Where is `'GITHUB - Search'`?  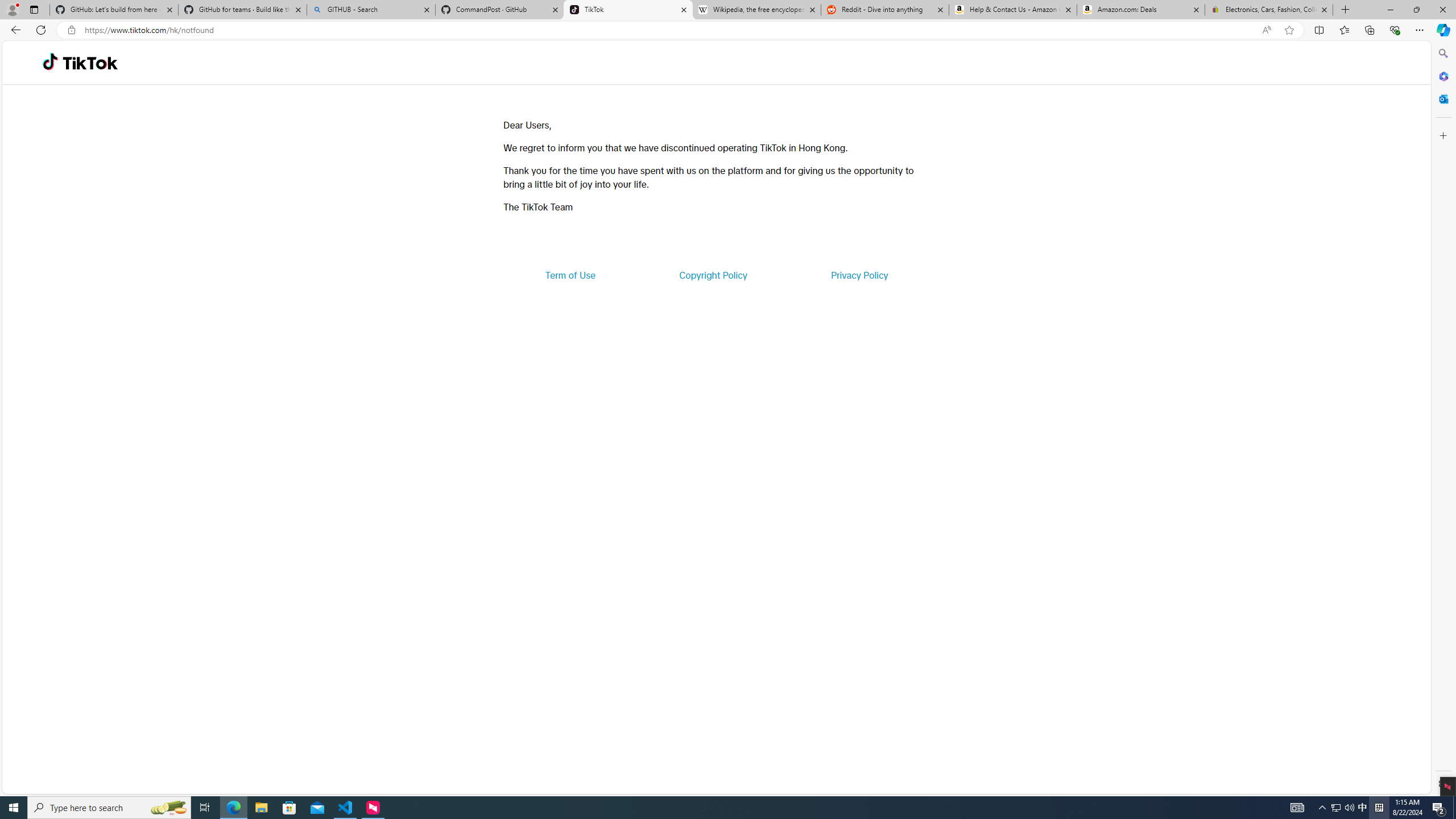 'GITHUB - Search' is located at coordinates (370, 9).